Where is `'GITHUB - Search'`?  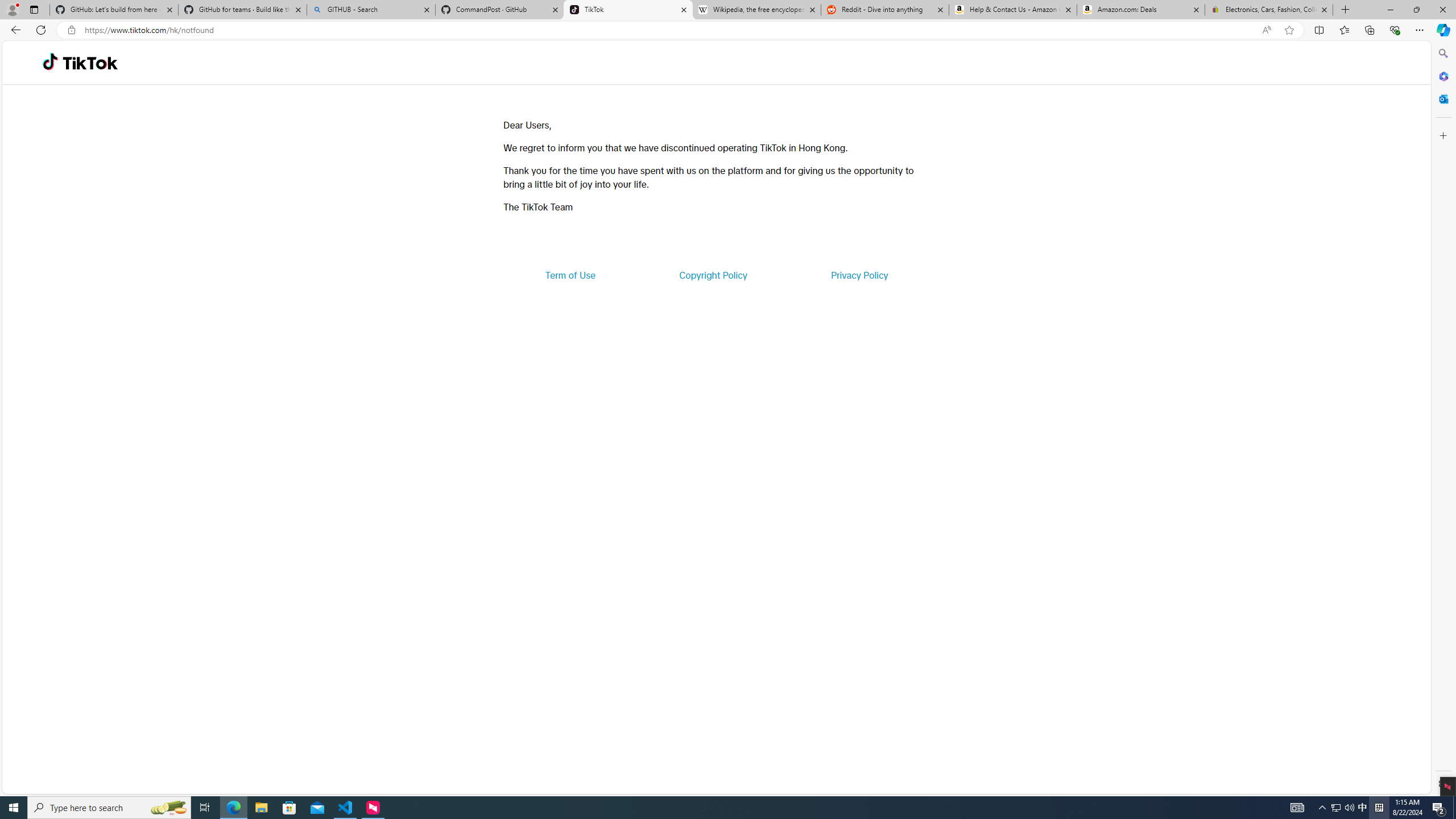 'GITHUB - Search' is located at coordinates (370, 9).